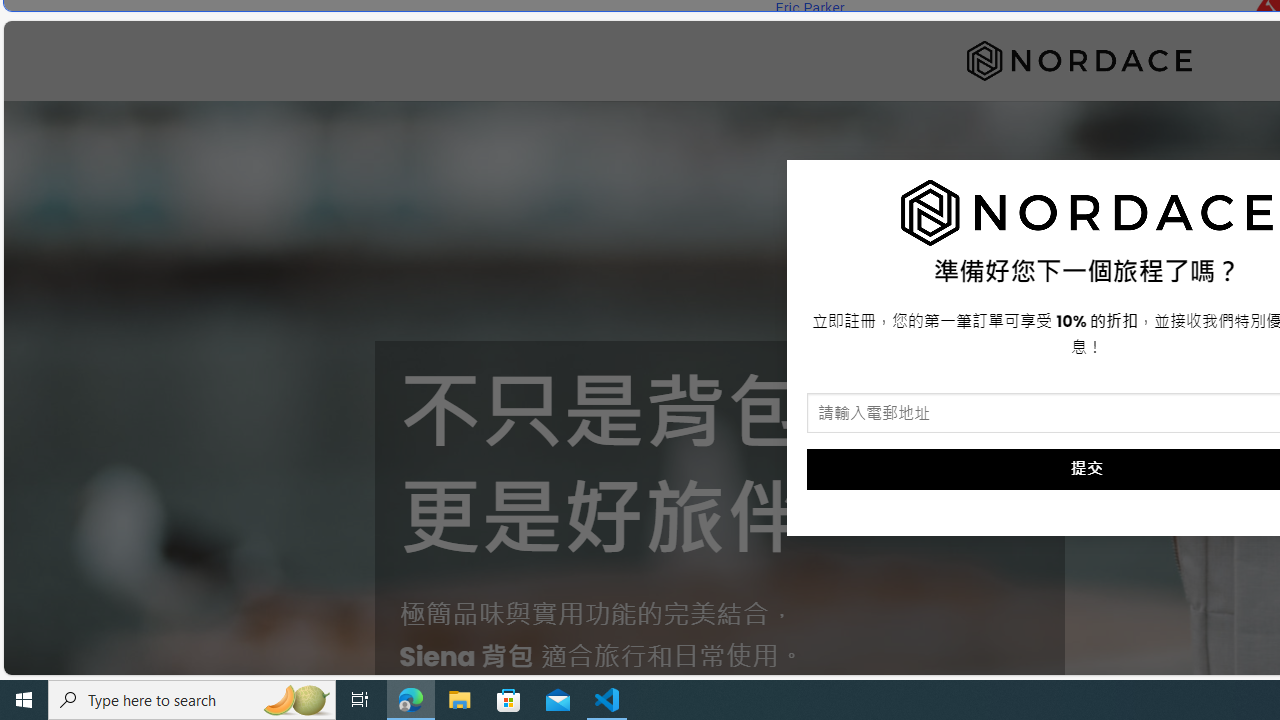 This screenshot has width=1280, height=720. Describe the element at coordinates (359, 698) in the screenshot. I see `'Task View'` at that location.